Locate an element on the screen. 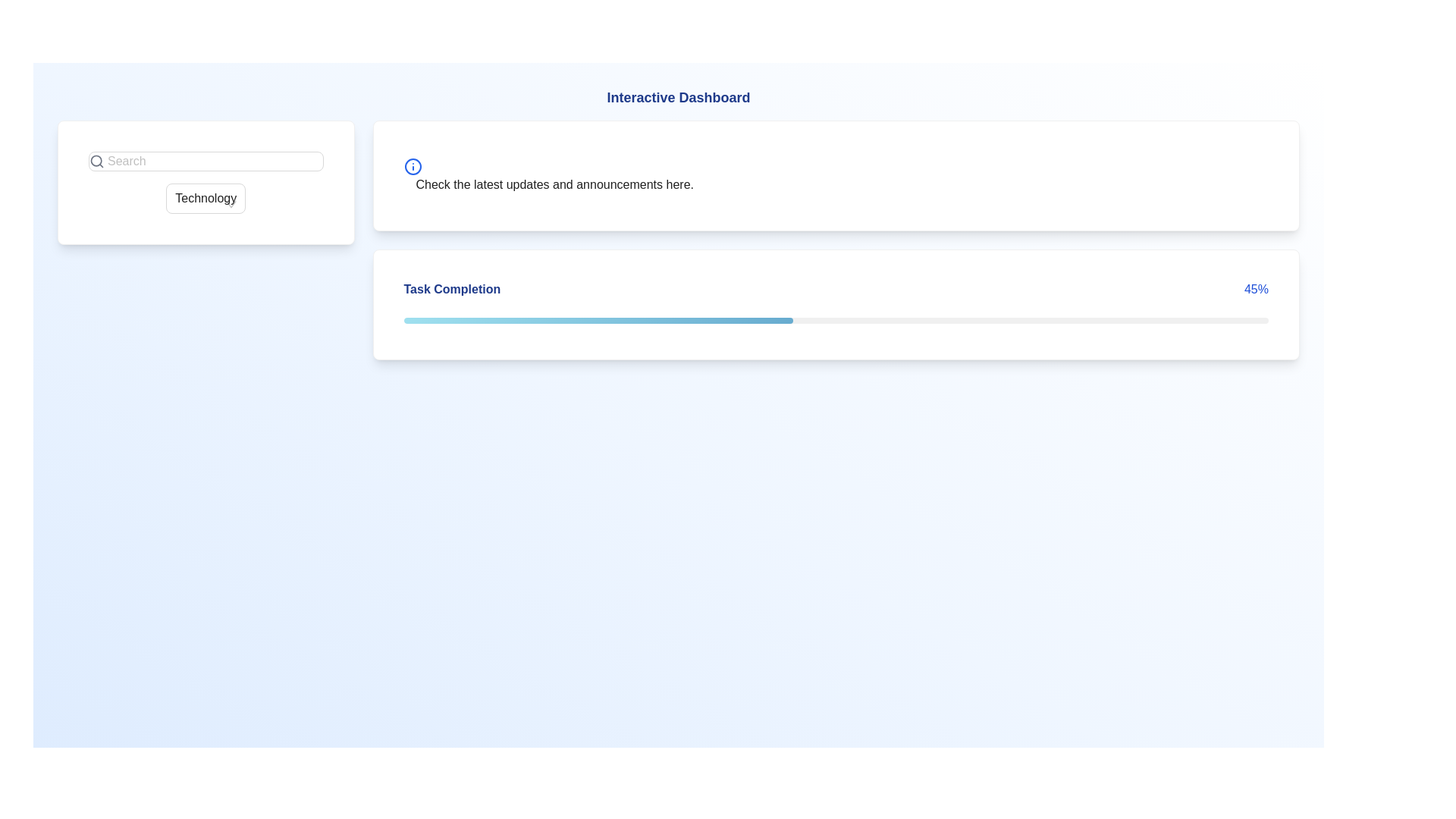  the 'Technology' button, which is a stylized rectangular tag with rounded corners is located at coordinates (205, 181).